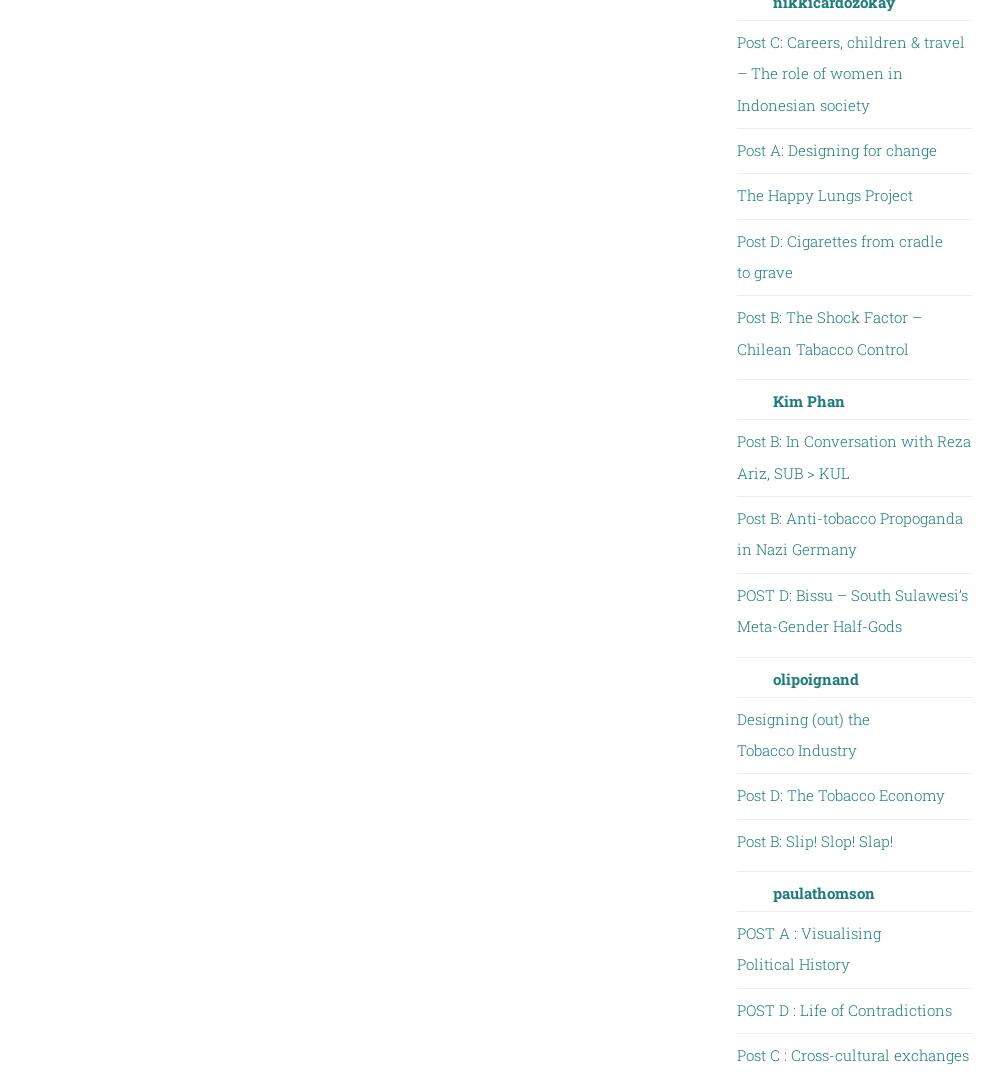  I want to click on 'Post B:  The Shock Factor – Chilean Tabacco Control', so click(827, 331).